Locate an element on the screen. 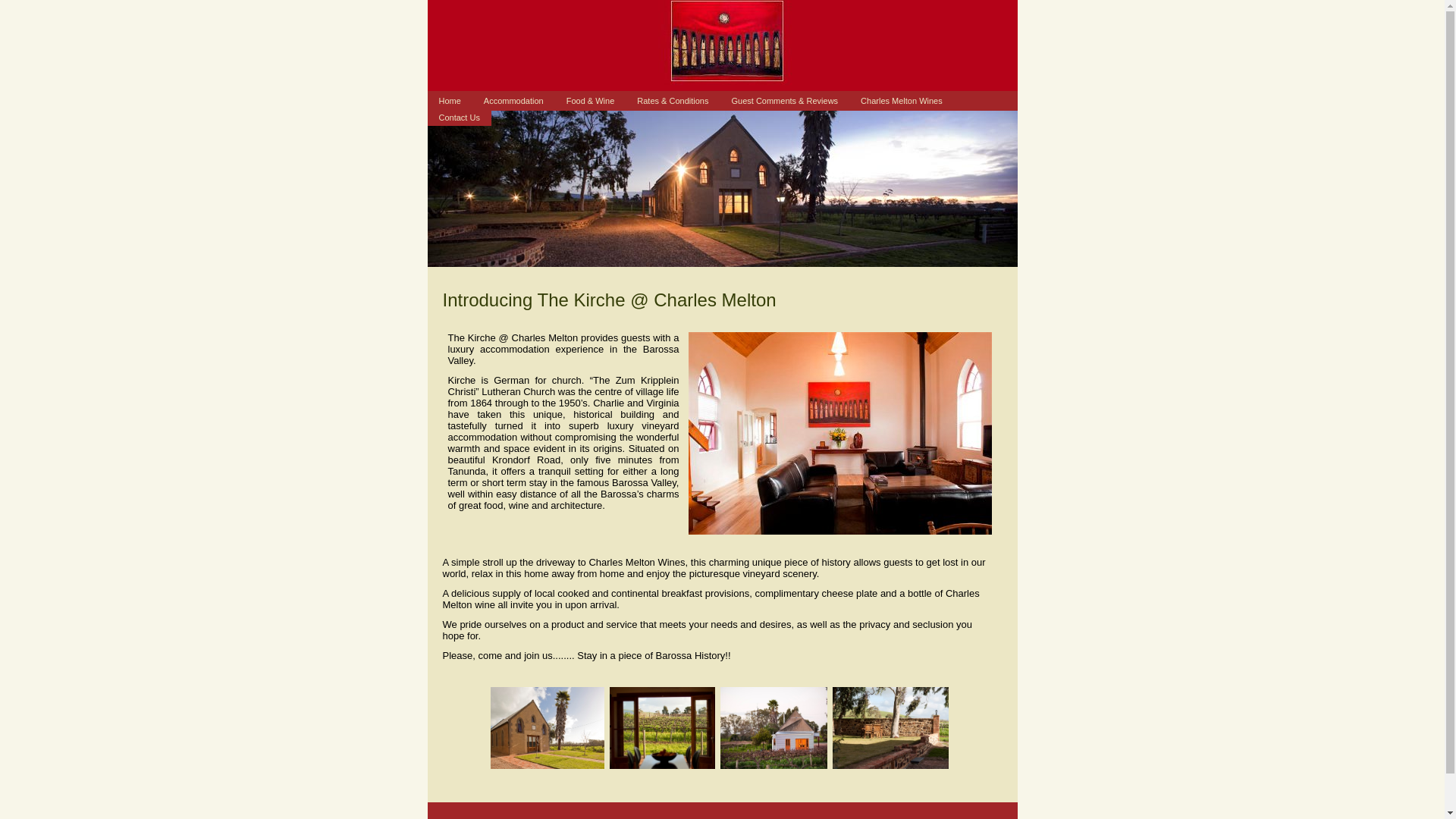  'Rates & Conditions' is located at coordinates (672, 100).